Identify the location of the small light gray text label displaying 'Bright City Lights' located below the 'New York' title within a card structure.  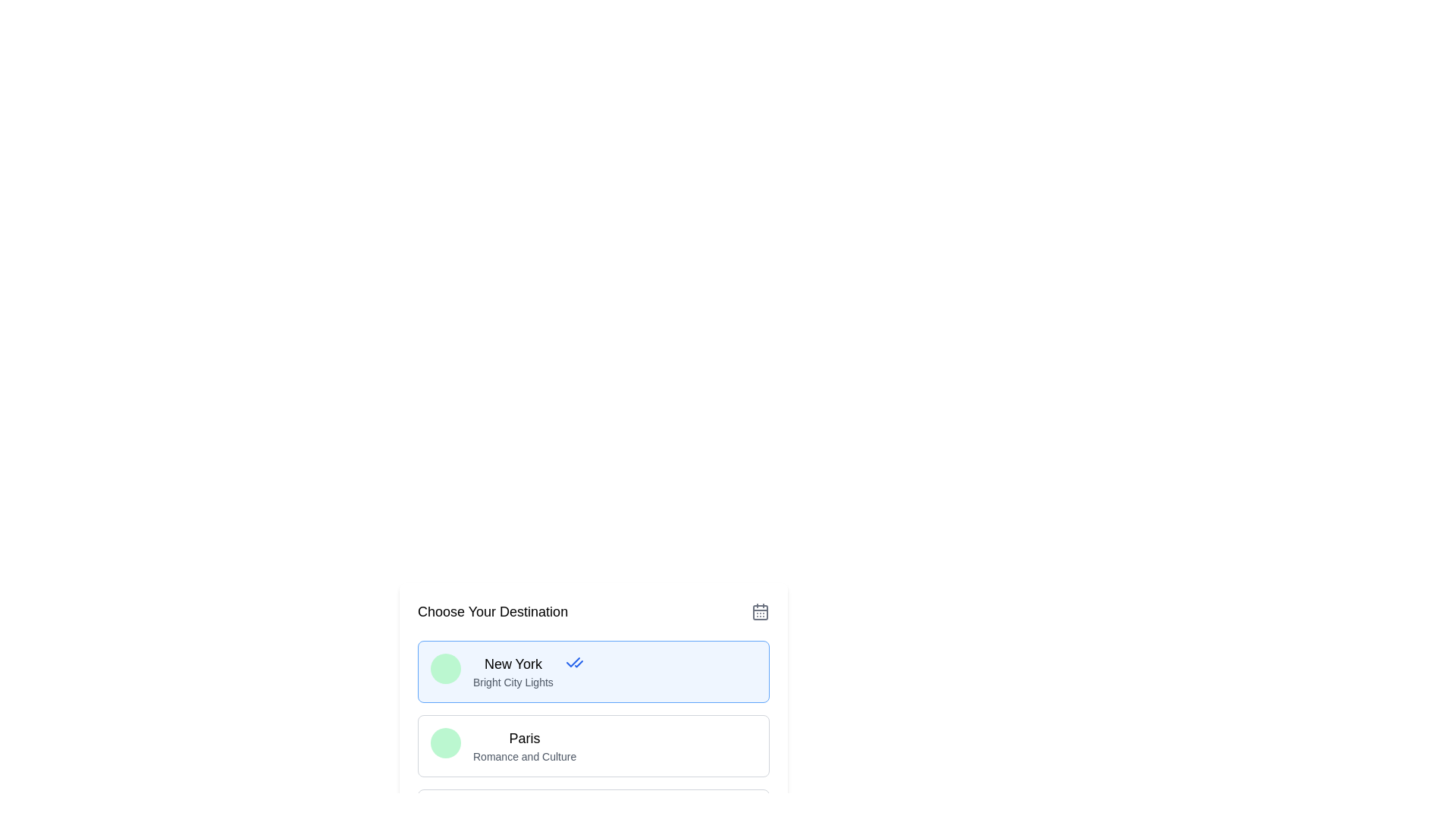
(513, 681).